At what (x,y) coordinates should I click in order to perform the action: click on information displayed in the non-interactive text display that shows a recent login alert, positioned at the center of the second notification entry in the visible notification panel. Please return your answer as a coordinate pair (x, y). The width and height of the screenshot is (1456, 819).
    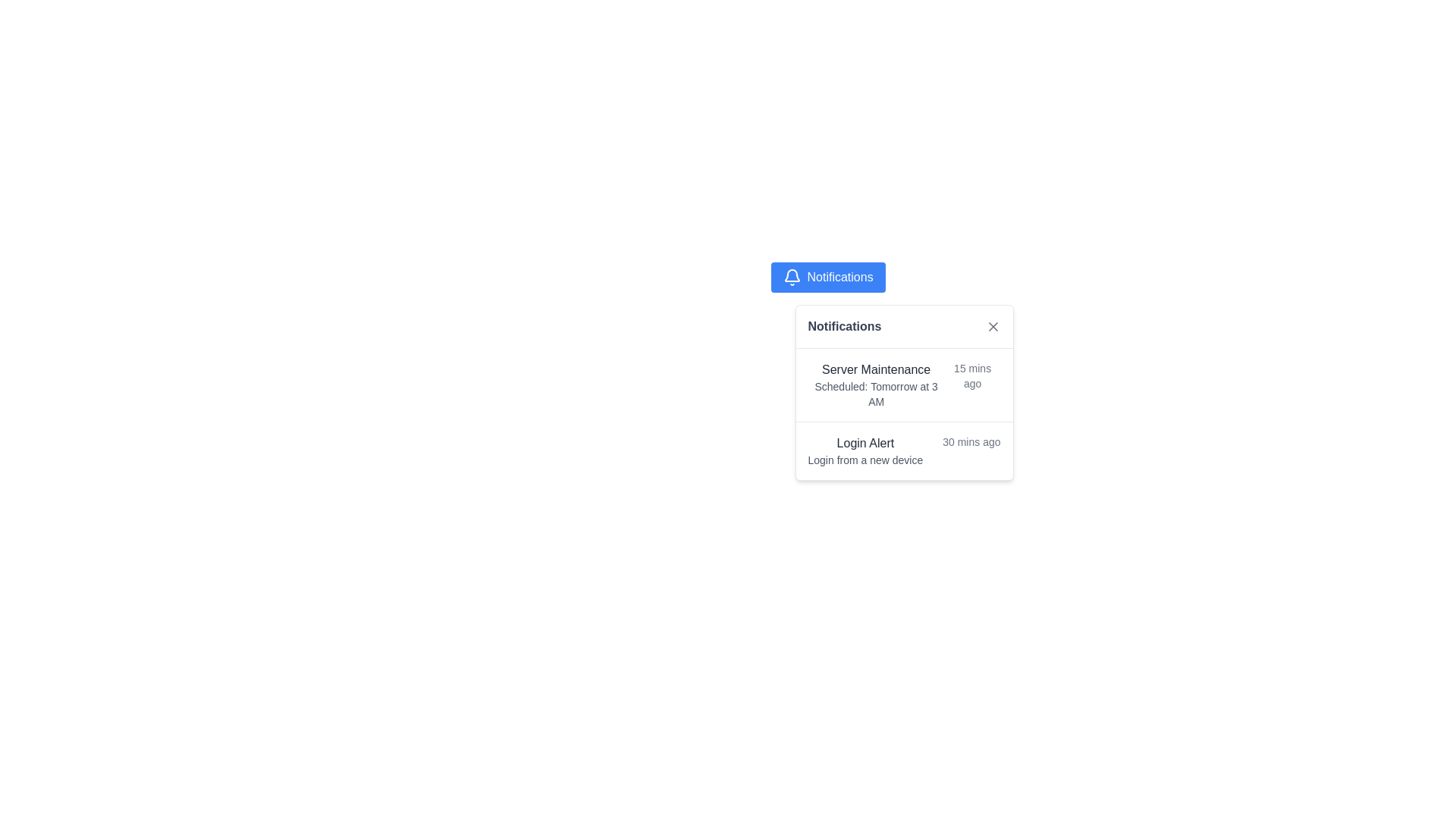
    Looking at the image, I should click on (865, 450).